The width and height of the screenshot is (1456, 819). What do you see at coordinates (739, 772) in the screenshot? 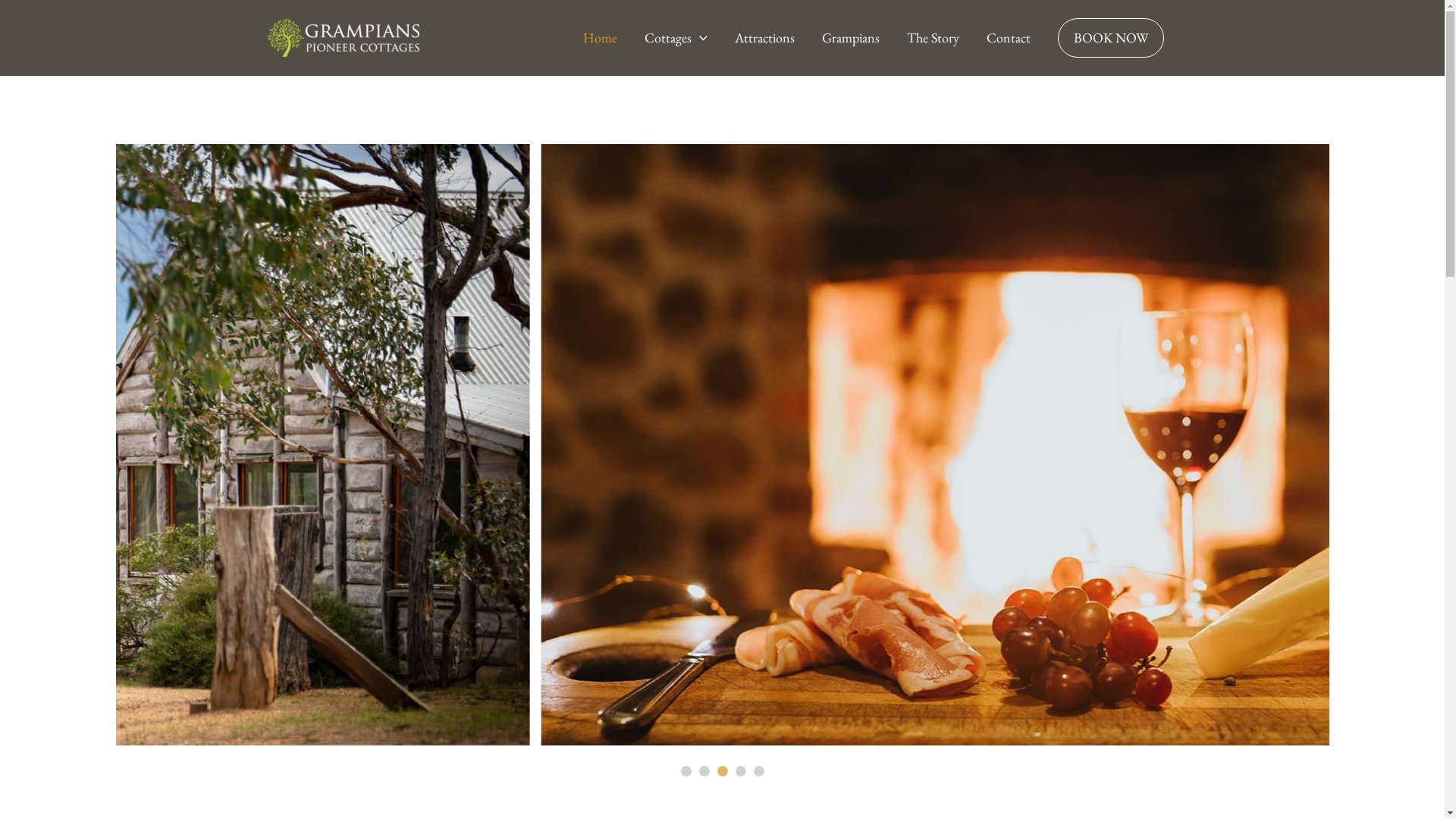
I see `'4'` at bounding box center [739, 772].